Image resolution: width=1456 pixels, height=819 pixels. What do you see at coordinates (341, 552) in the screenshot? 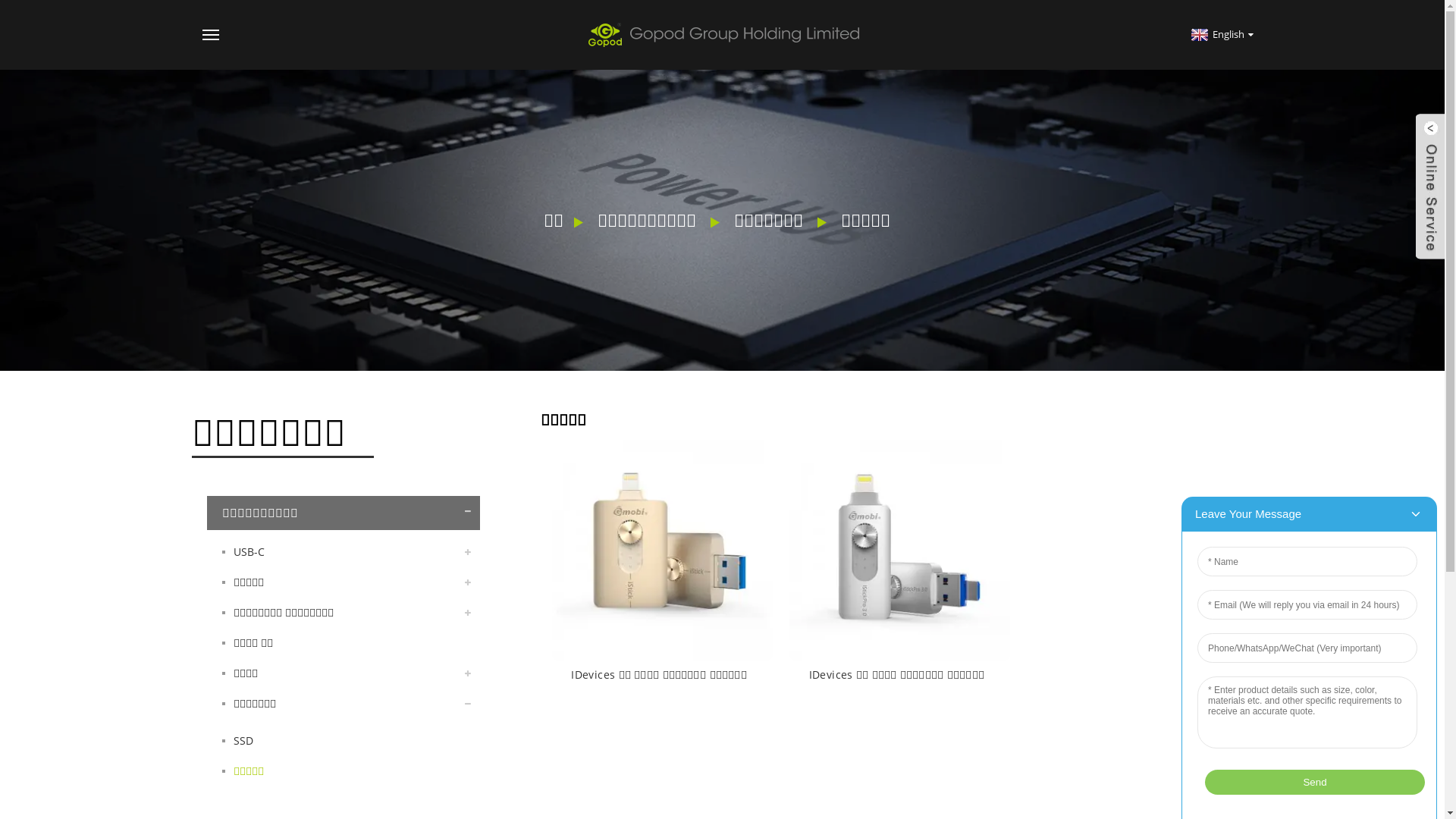
I see `'USB-C'` at bounding box center [341, 552].